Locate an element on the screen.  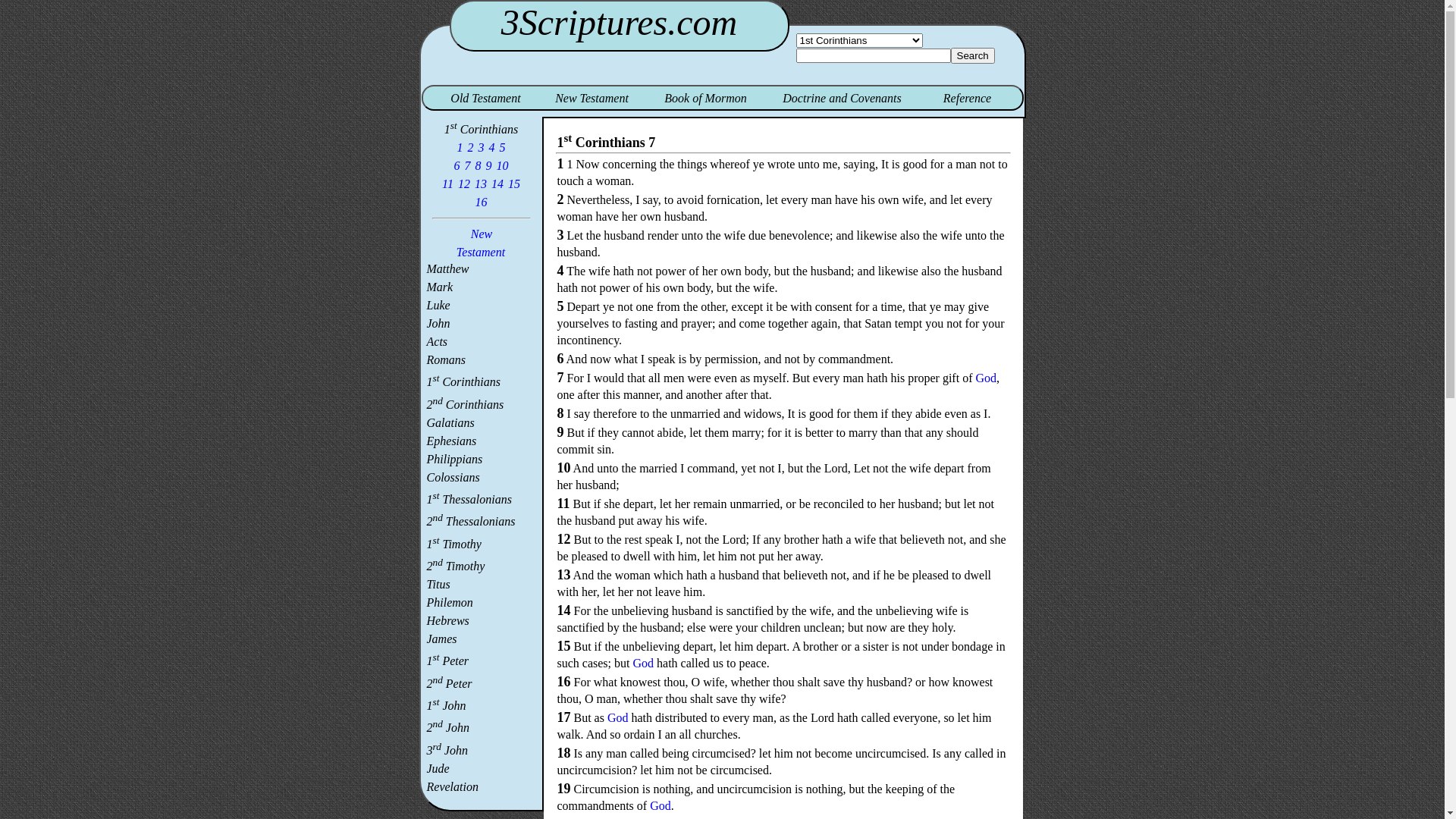
'Search' is located at coordinates (972, 55).